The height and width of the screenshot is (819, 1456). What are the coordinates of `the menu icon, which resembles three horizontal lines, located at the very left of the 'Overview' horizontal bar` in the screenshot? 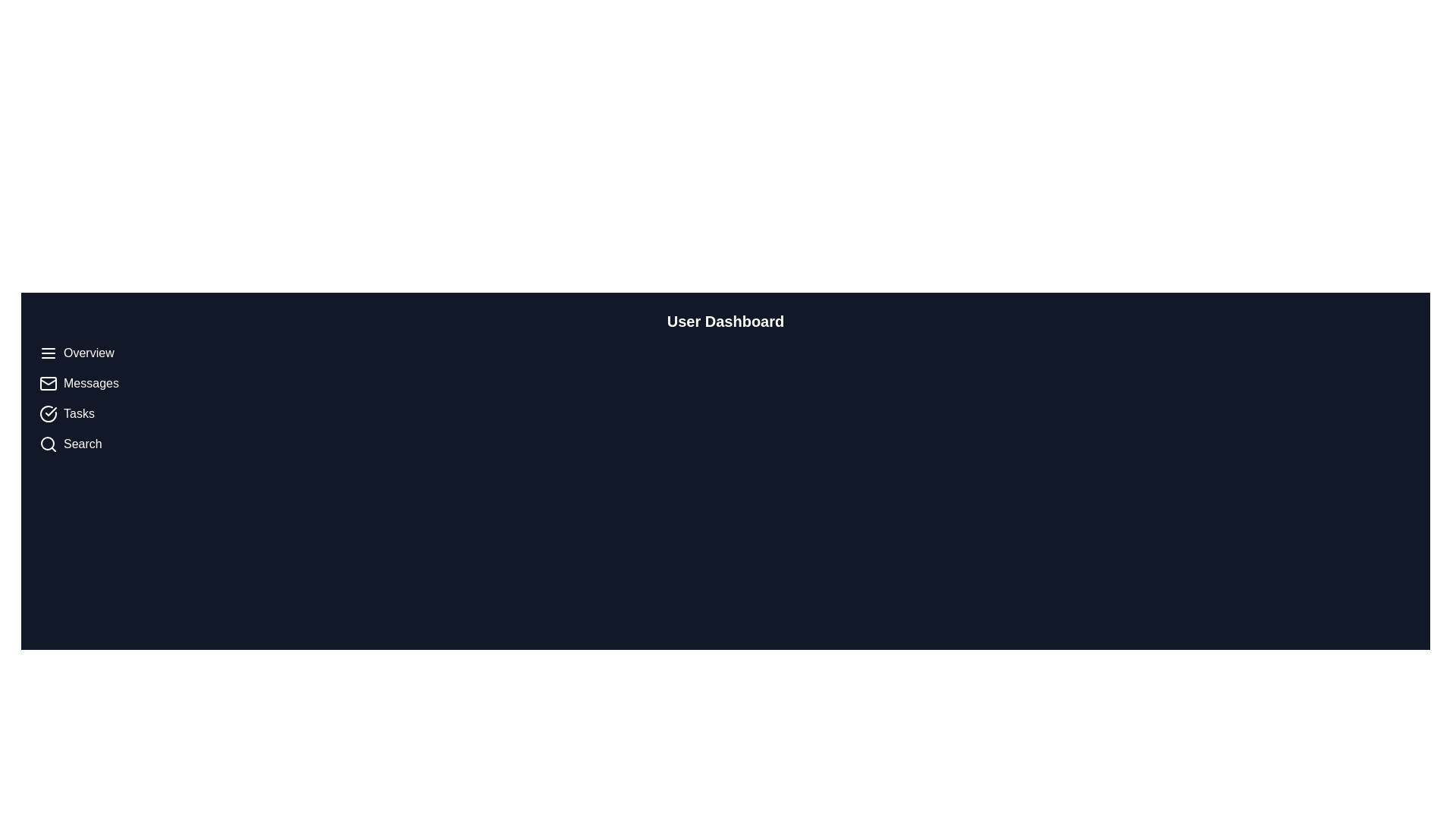 It's located at (48, 353).